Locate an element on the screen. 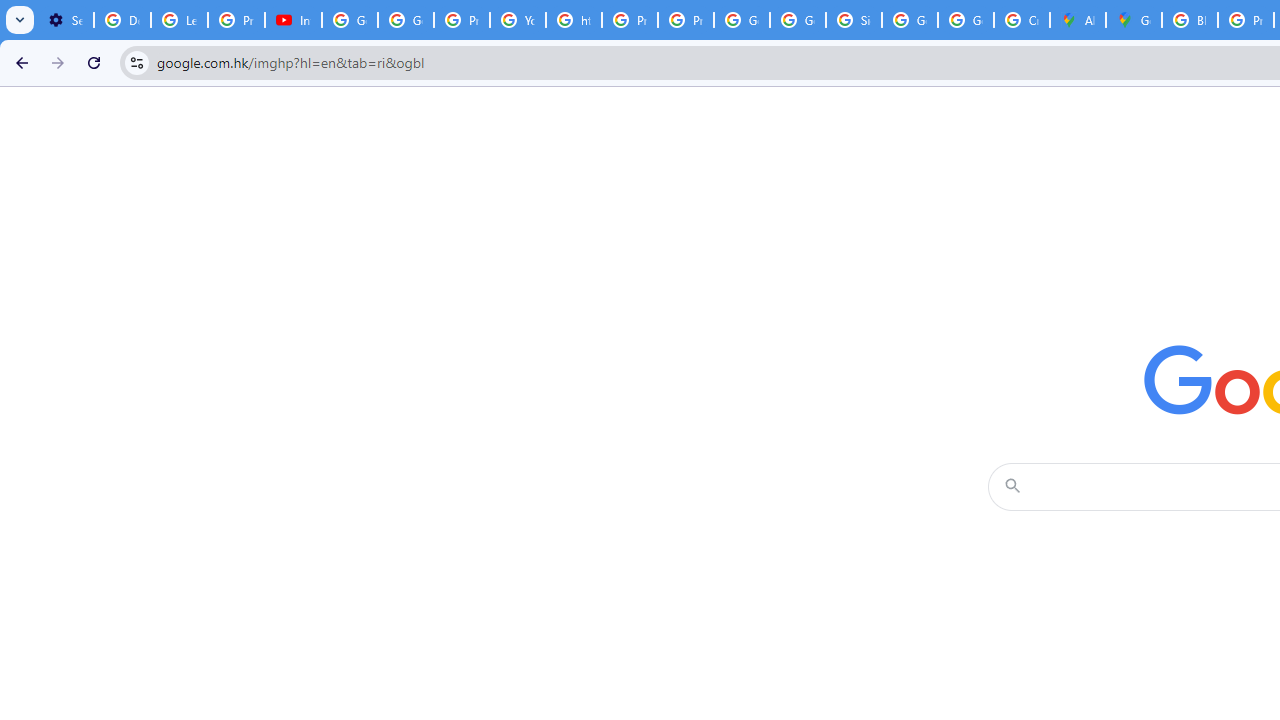  'Privacy Help Center - Policies Help' is located at coordinates (461, 20).